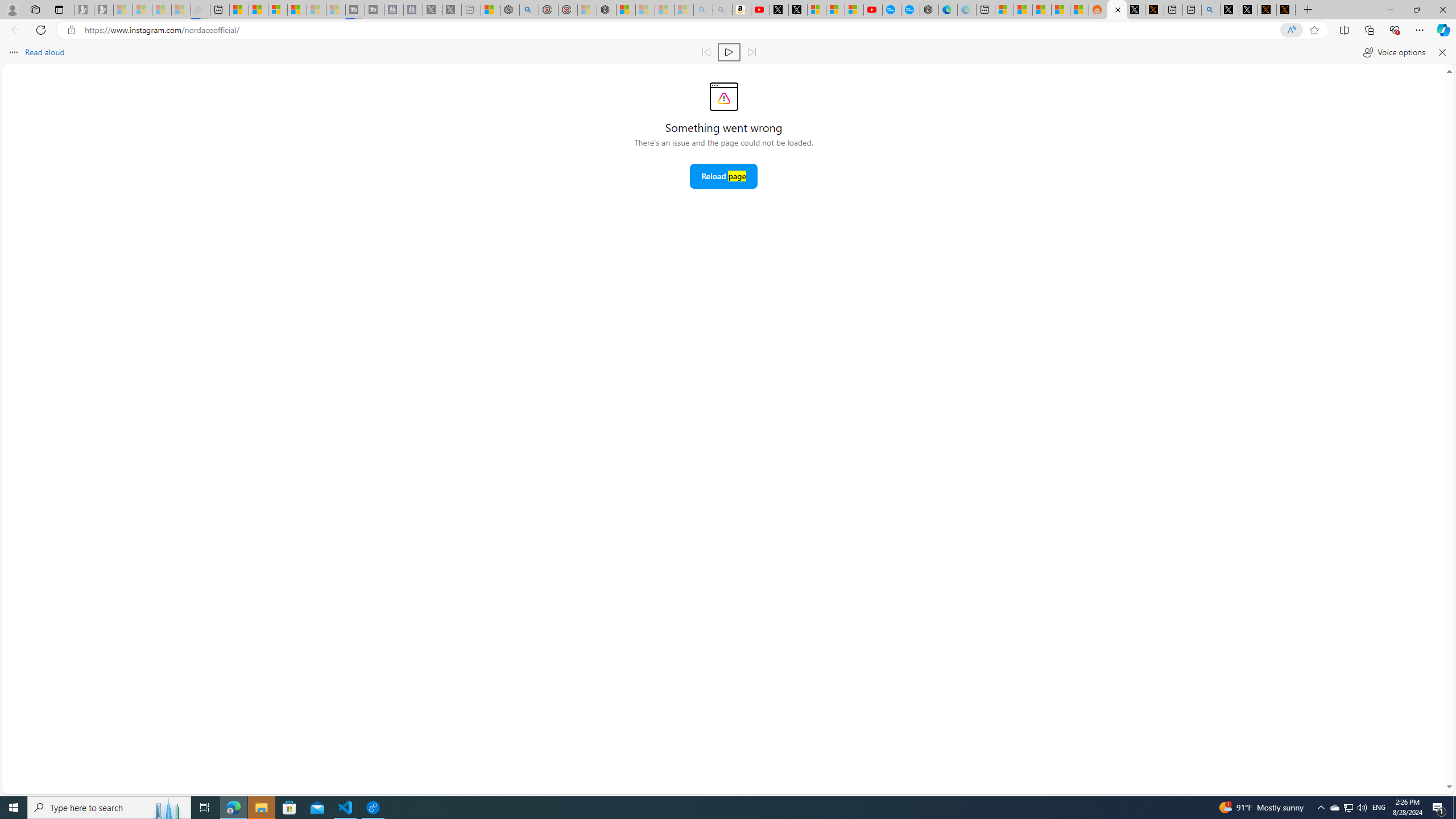 The width and height of the screenshot is (1456, 819). I want to click on 'amazon - Search - Sleeping', so click(702, 9).